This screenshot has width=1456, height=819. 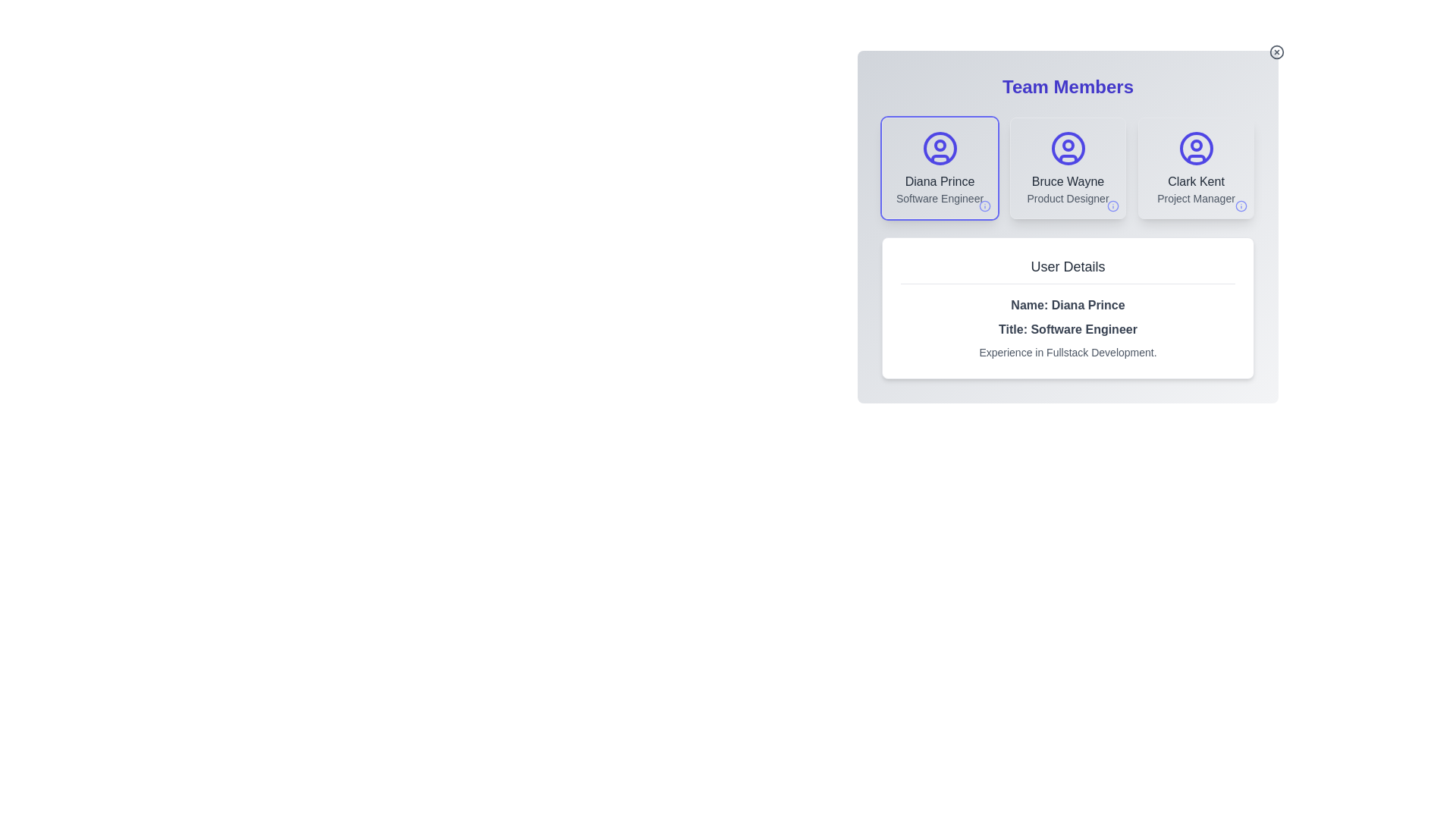 I want to click on the outer circle SVG element representing the avatar of a team member, located in the third profile card under the 'Team Members' heading, so click(x=1195, y=149).